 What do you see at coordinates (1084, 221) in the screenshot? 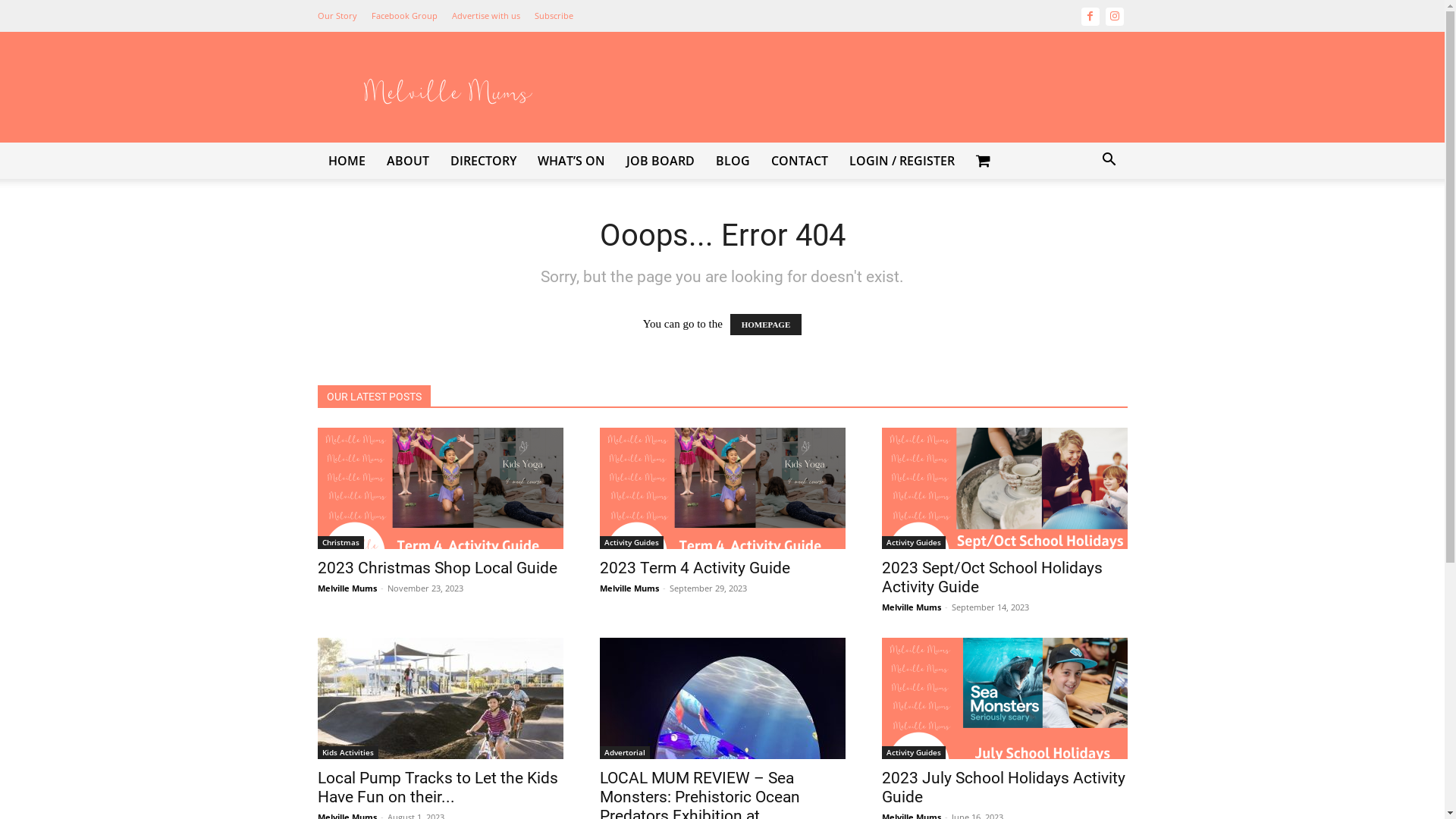
I see `'Search'` at bounding box center [1084, 221].